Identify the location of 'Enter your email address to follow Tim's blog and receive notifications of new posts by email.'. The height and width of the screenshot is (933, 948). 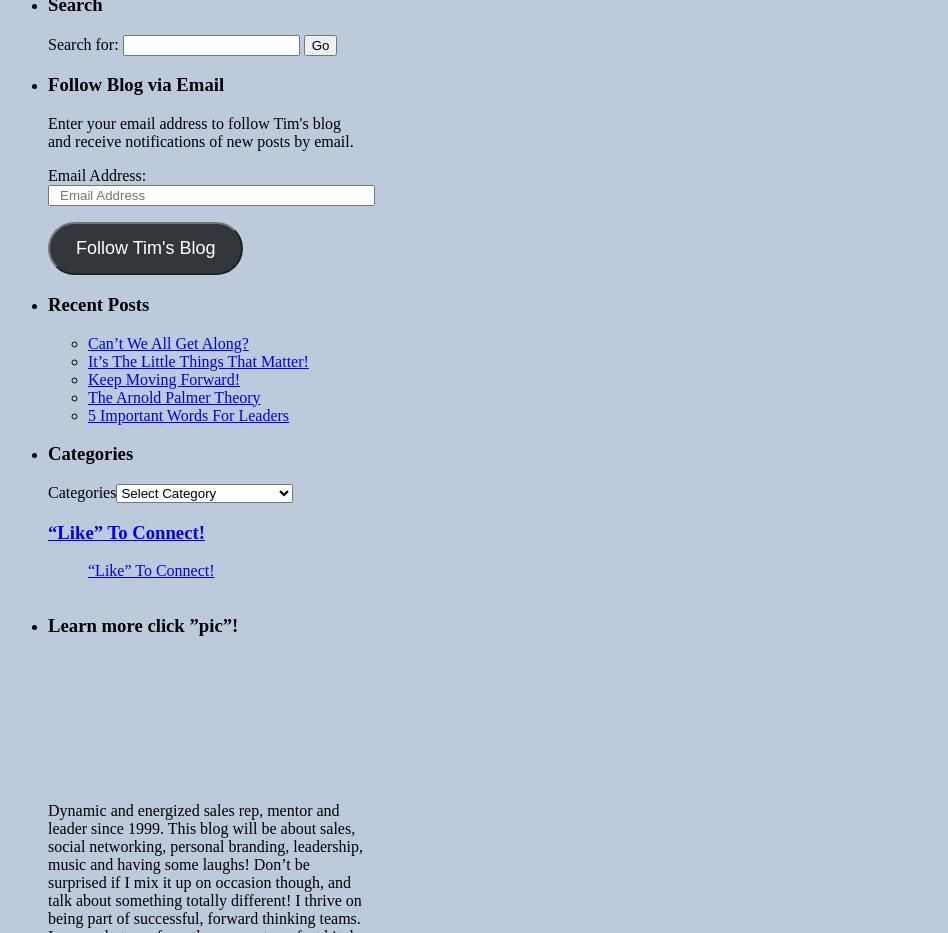
(47, 131).